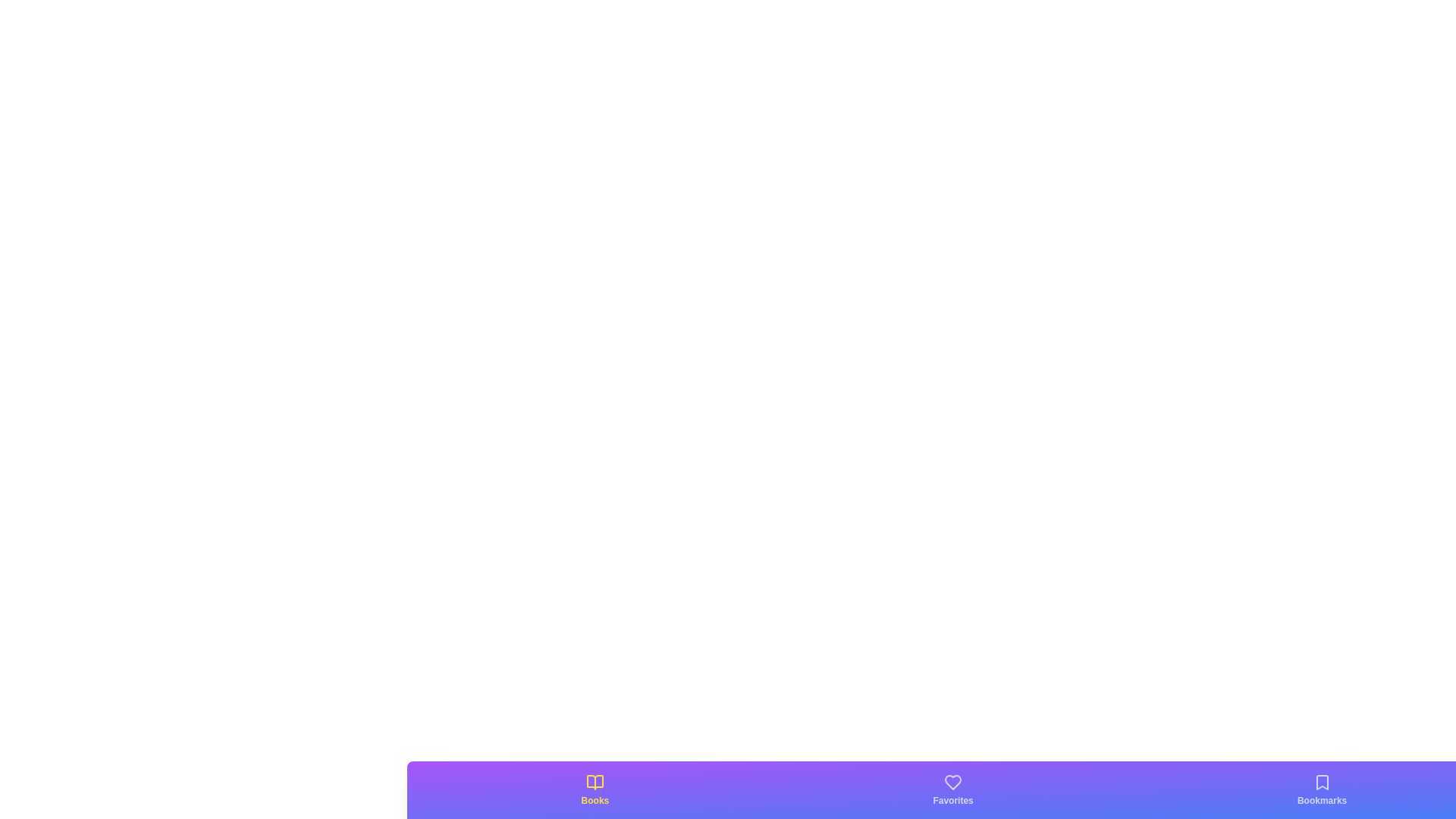  Describe the element at coordinates (1321, 789) in the screenshot. I see `the tab with the label Bookmarks` at that location.